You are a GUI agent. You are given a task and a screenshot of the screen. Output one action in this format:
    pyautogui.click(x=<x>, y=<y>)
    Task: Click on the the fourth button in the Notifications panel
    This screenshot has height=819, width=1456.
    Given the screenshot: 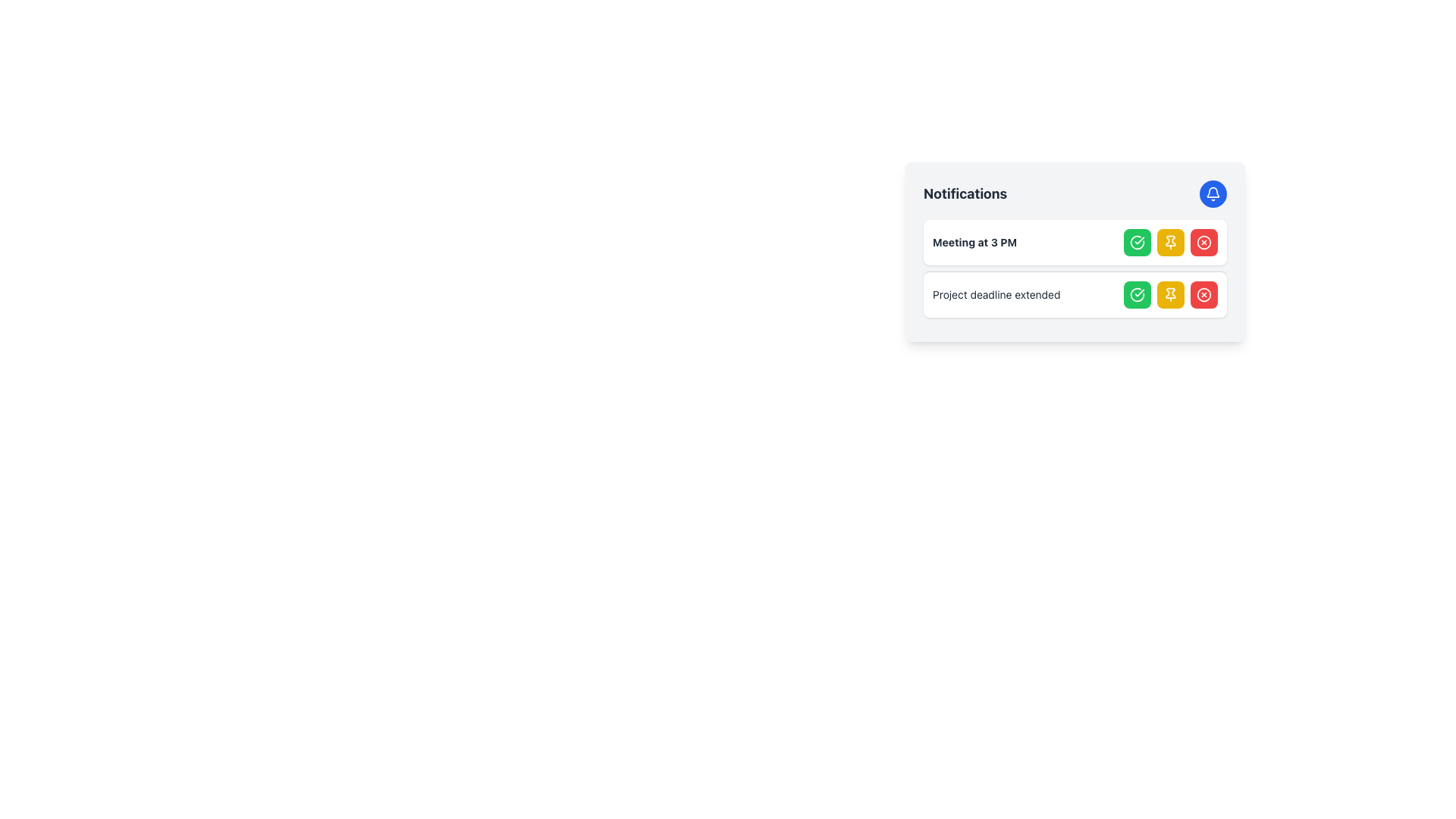 What is the action you would take?
    pyautogui.click(x=1203, y=242)
    